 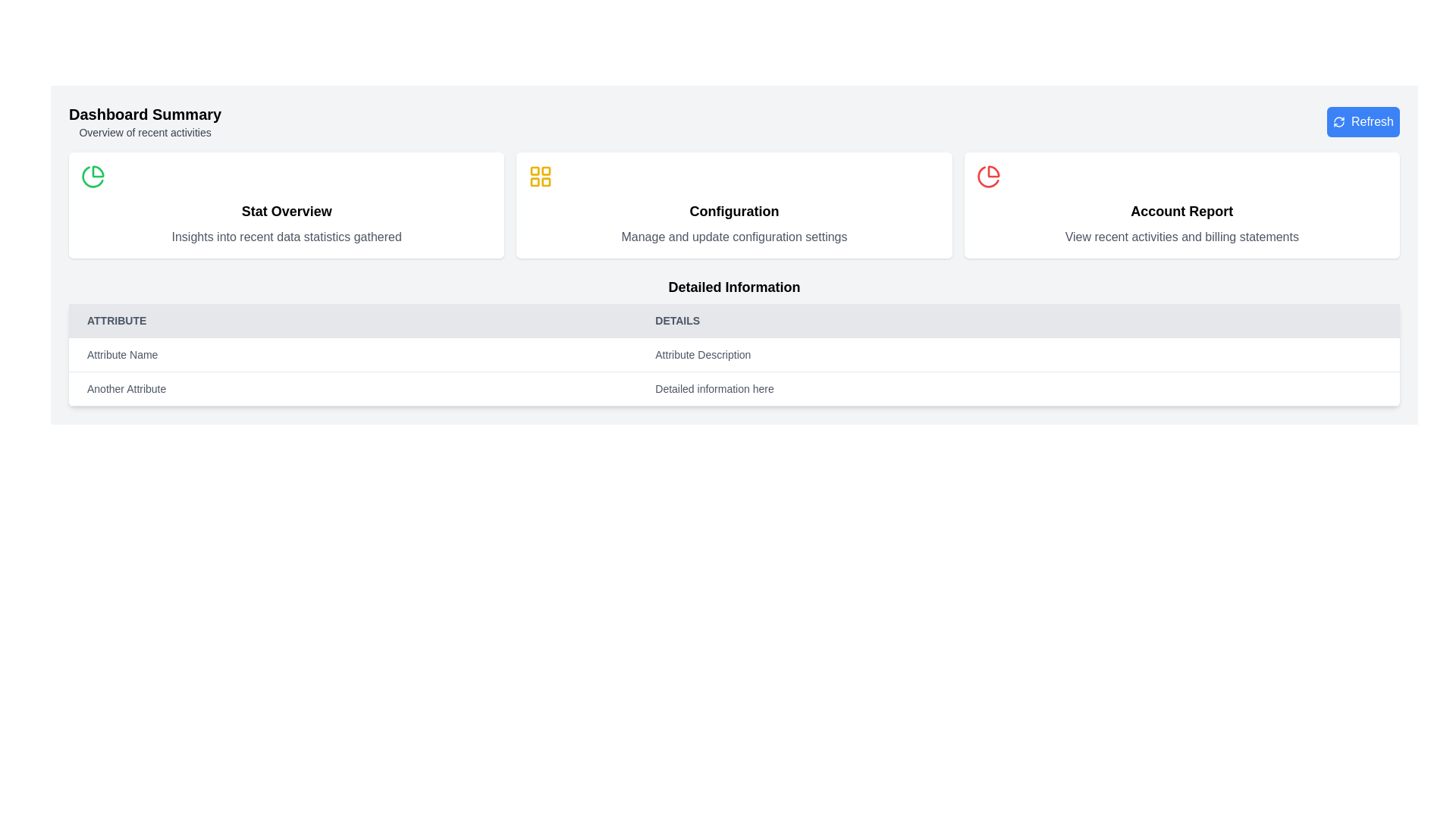 What do you see at coordinates (1339, 121) in the screenshot?
I see `the refresh icon element located within the blue button labeled 'Refresh' in the top-right corner of the interface` at bounding box center [1339, 121].